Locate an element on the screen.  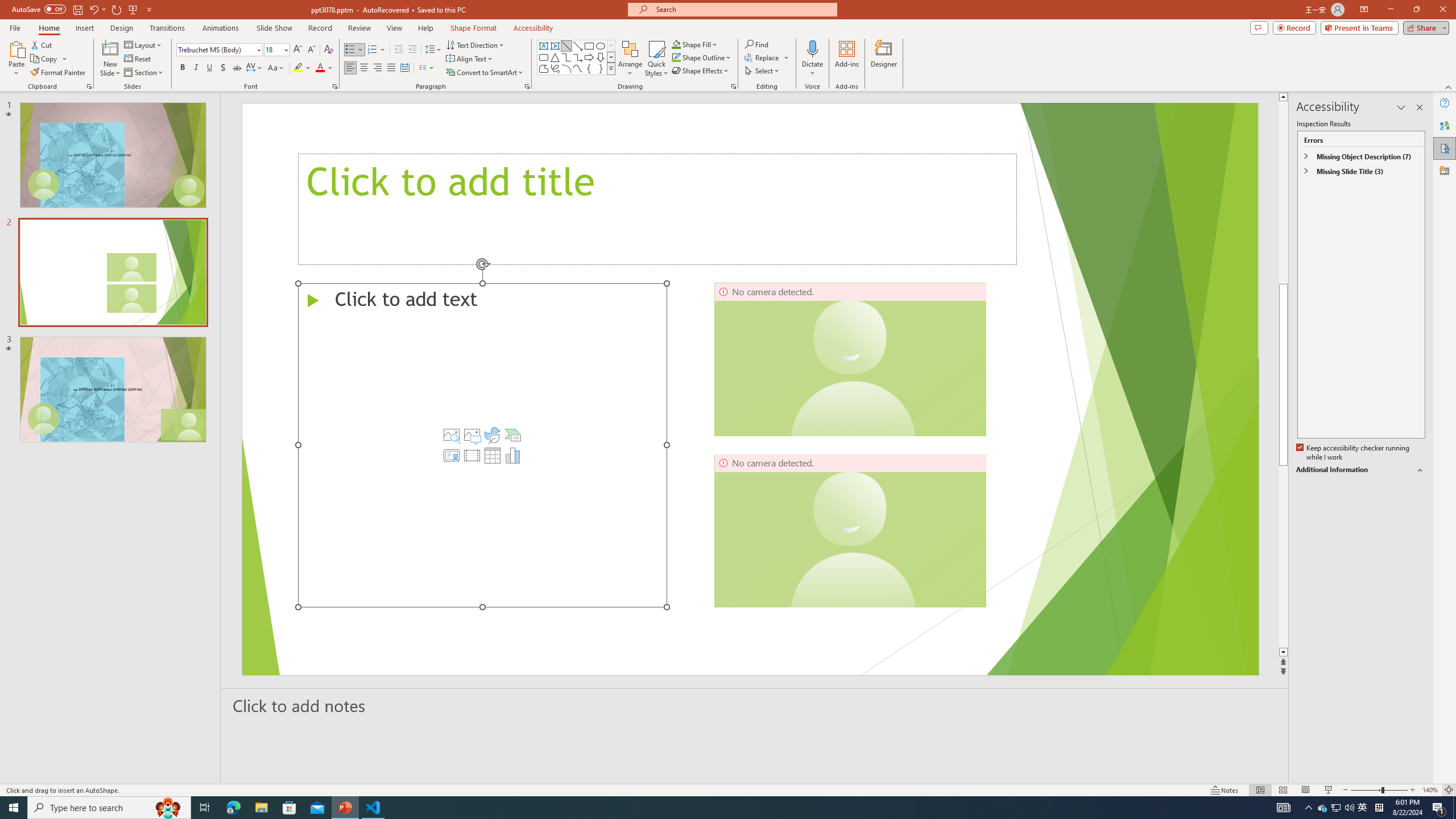
'Decrease Font Size' is located at coordinates (311, 49).